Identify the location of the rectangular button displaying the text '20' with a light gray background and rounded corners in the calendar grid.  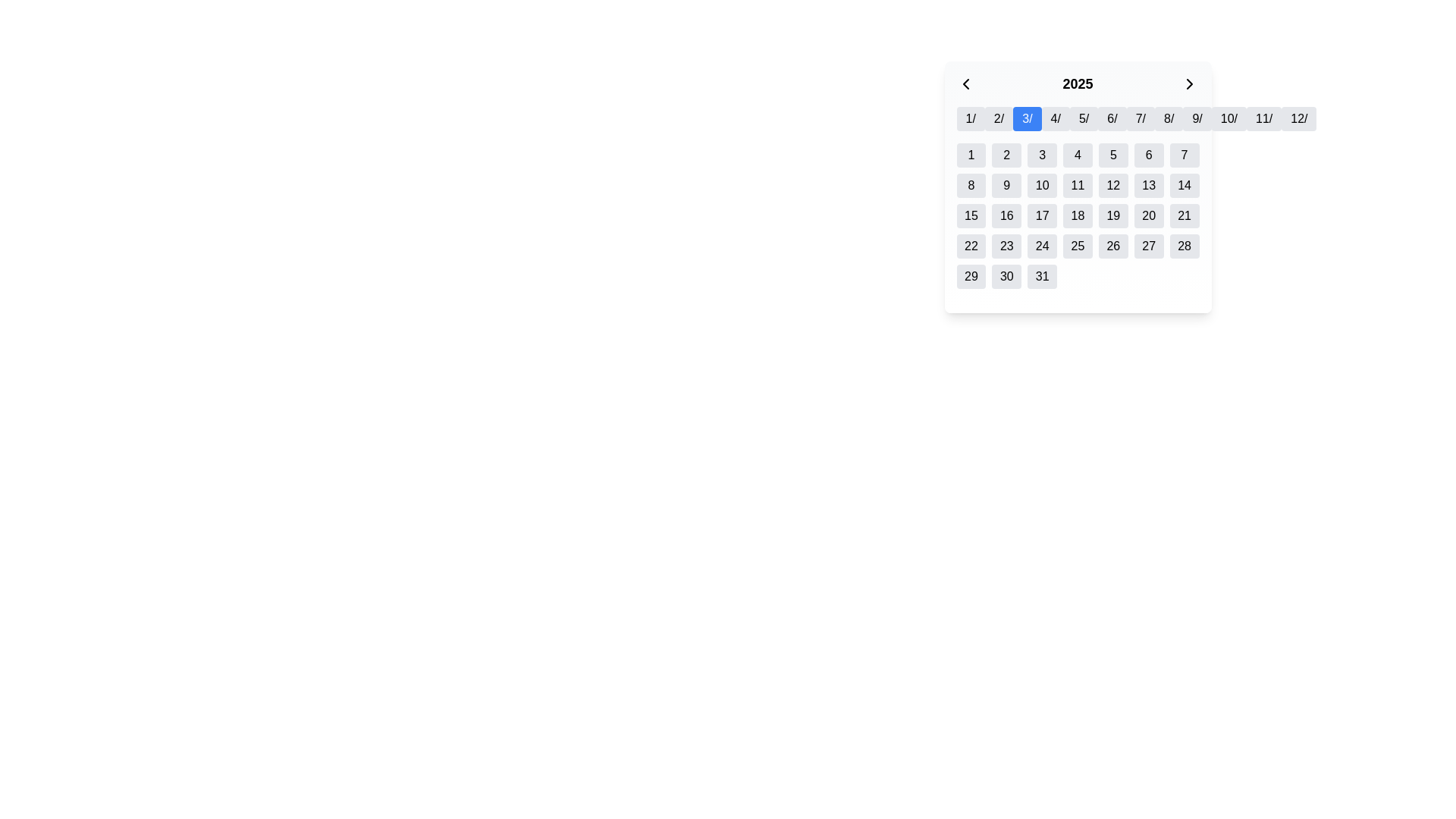
(1149, 216).